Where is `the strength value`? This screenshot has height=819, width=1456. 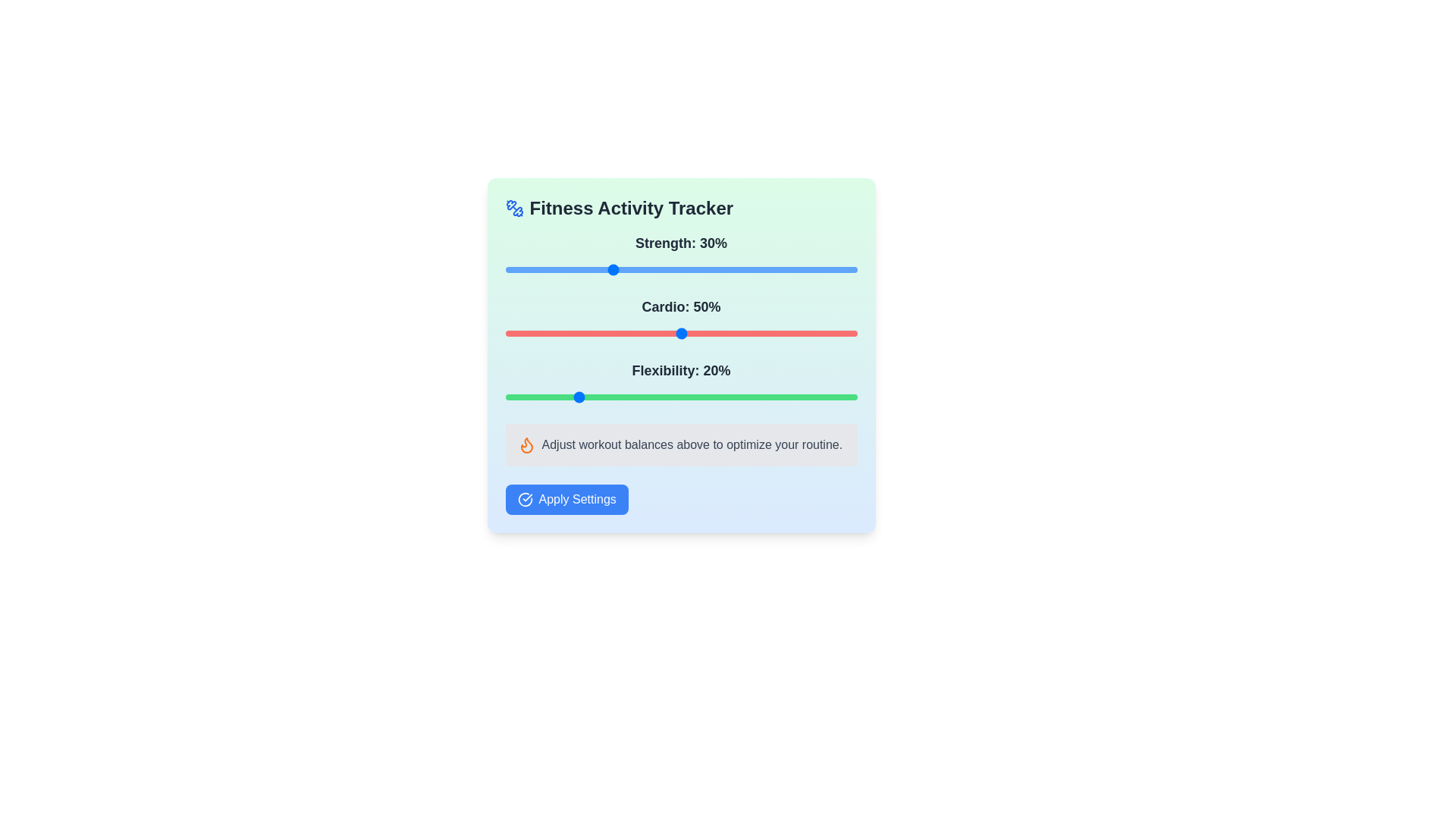
the strength value is located at coordinates (705, 268).